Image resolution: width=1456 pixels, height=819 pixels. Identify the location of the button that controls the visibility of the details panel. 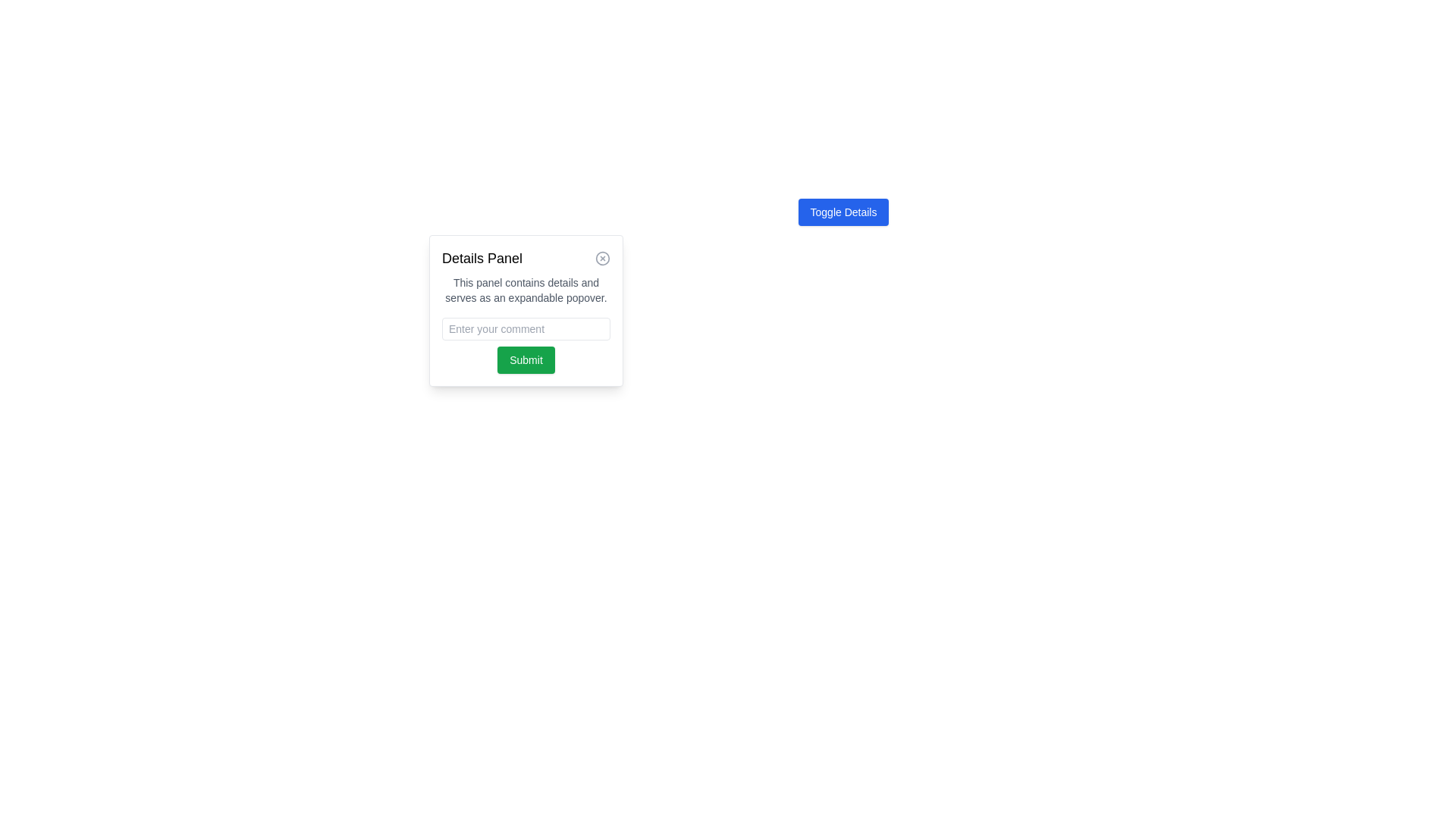
(843, 212).